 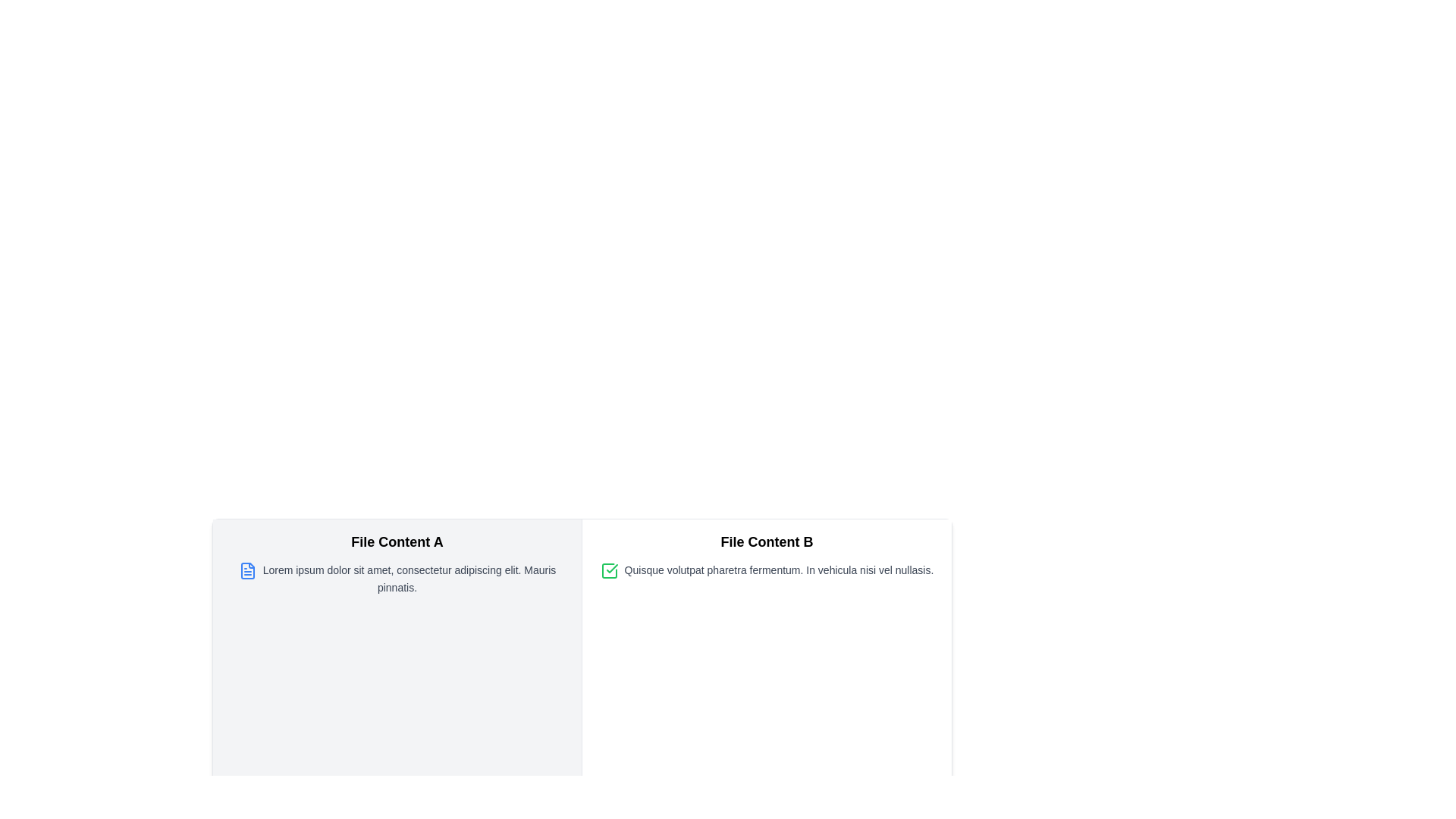 What do you see at coordinates (767, 570) in the screenshot?
I see `the Text block containing the content 'Quisque volutpat pharetra fermentum. In vehicula nisi vel nullasis.' with a green checkmark icon on its left, located within the 'File Content B' block` at bounding box center [767, 570].